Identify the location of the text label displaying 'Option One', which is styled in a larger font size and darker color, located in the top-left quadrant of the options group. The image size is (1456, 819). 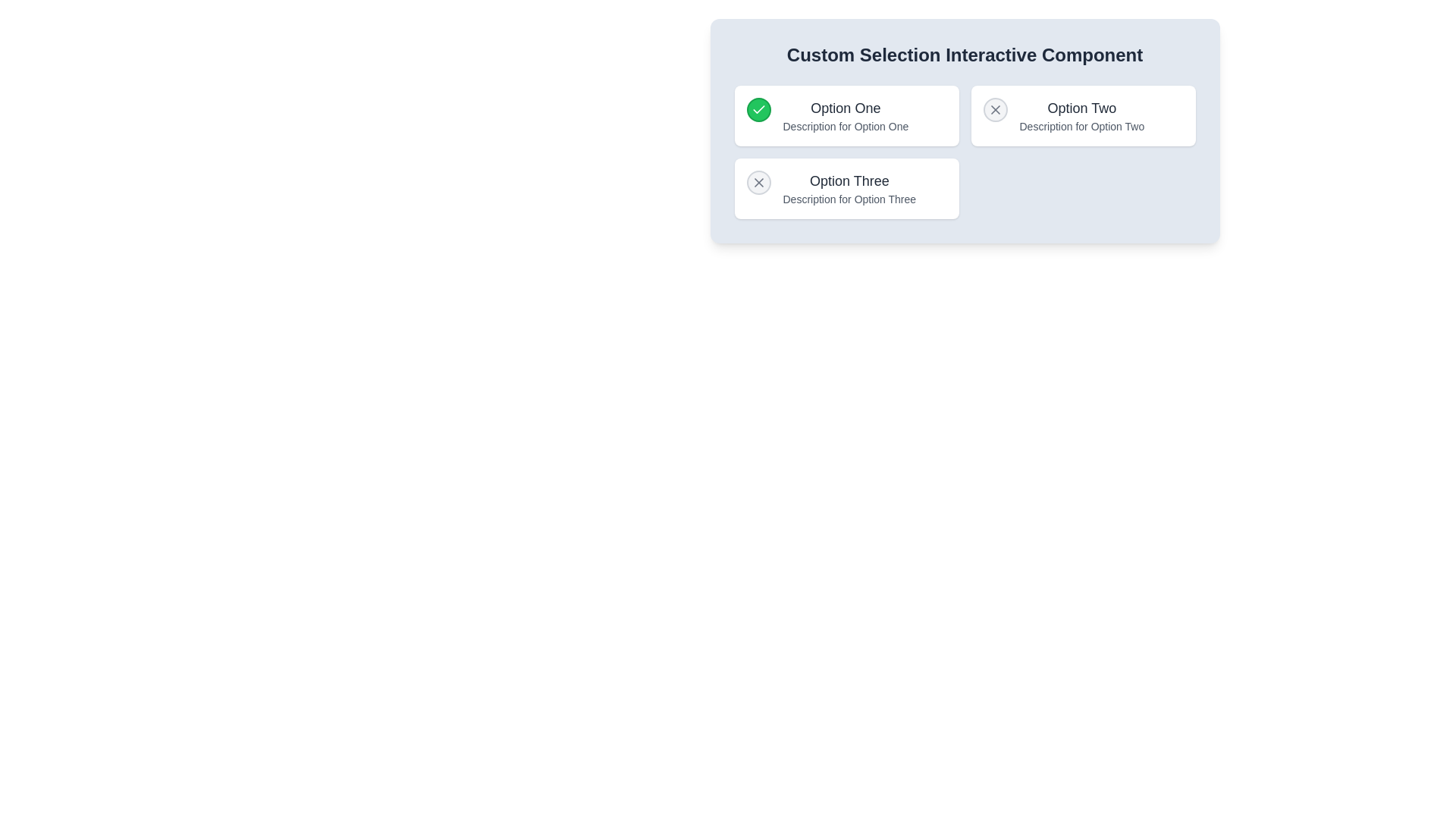
(845, 107).